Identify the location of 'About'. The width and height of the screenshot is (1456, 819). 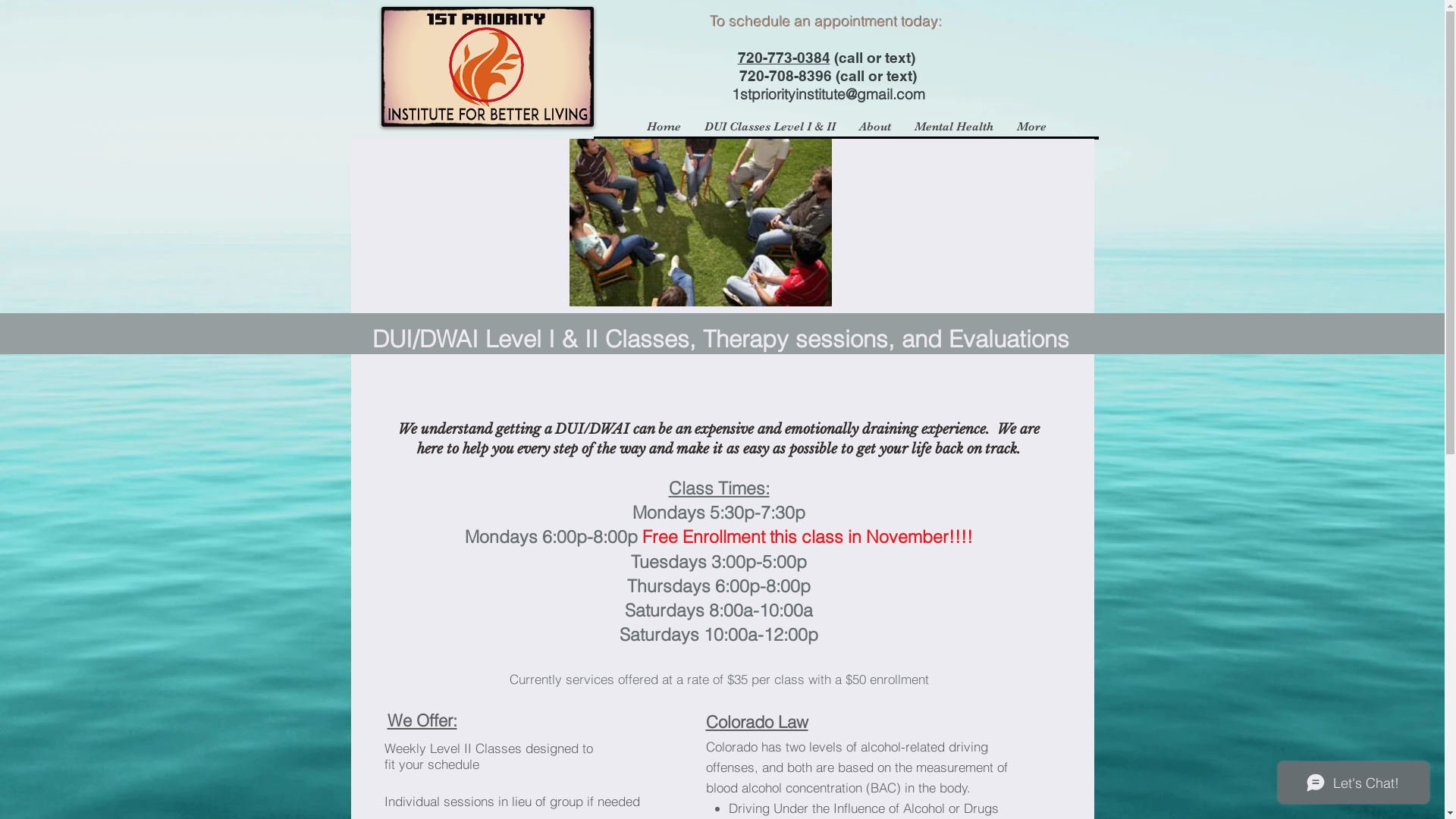
(874, 125).